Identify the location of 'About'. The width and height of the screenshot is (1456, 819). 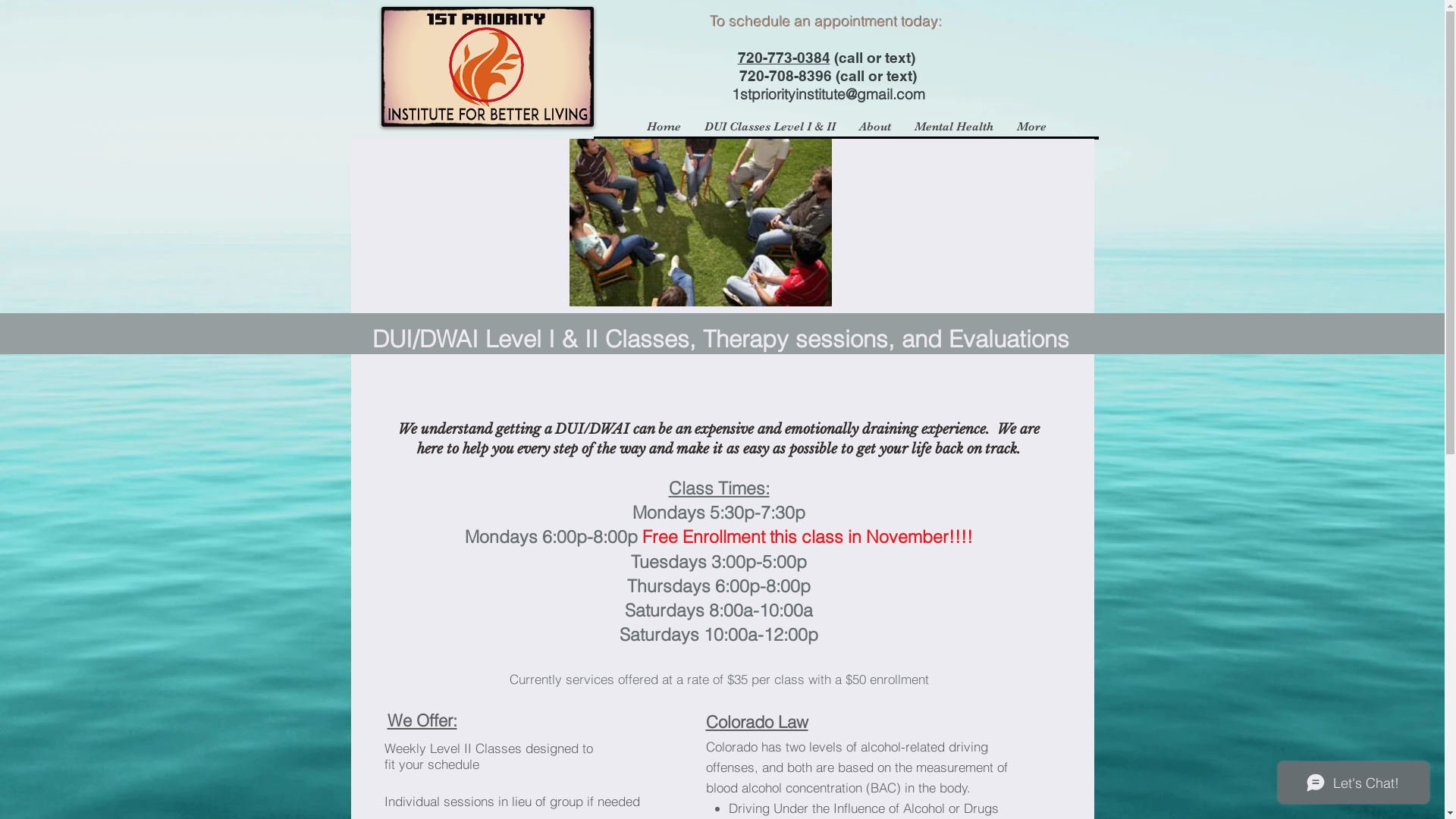
(874, 125).